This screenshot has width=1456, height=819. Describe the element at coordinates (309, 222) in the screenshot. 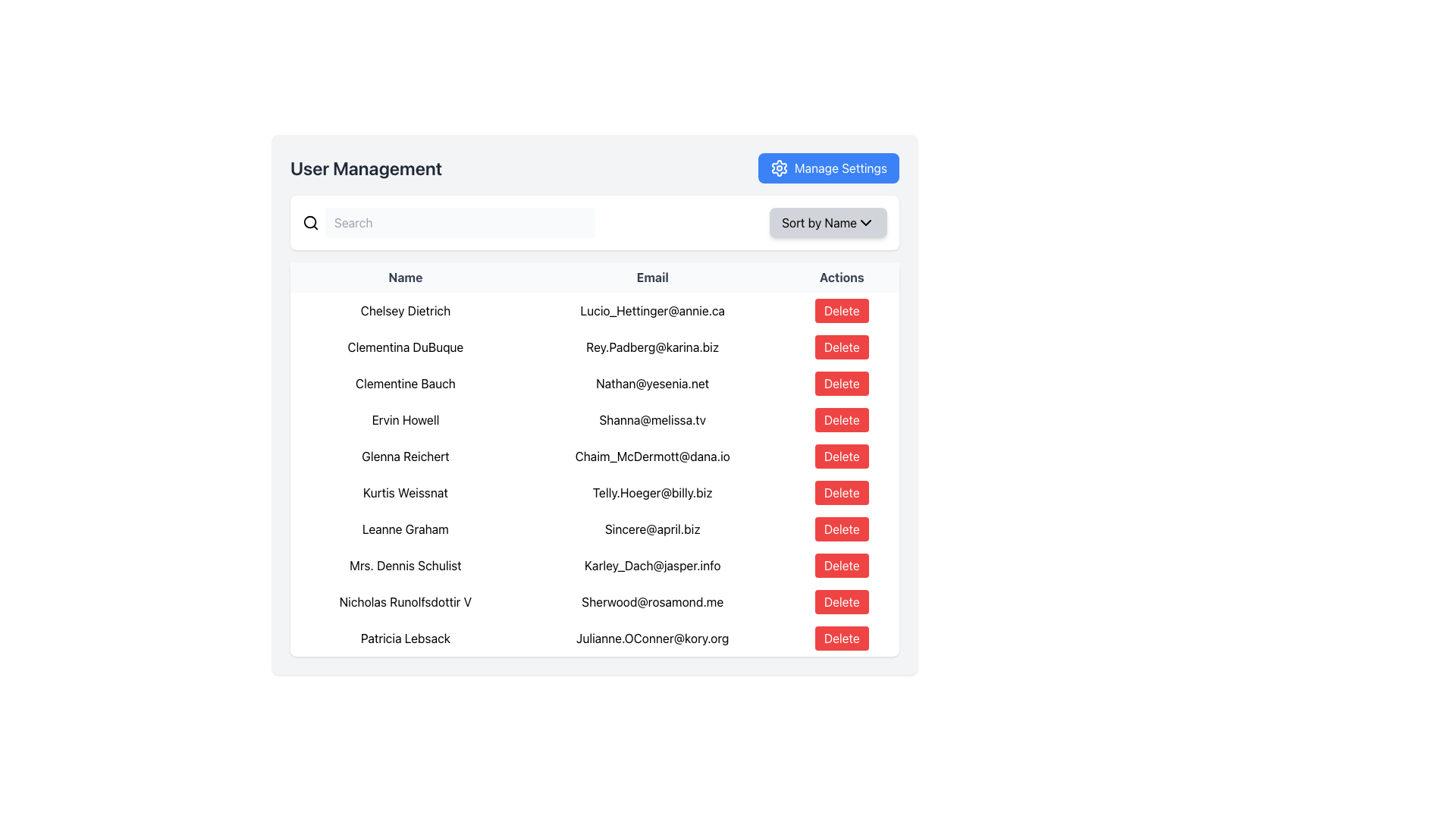

I see `the search icon located to the left of the 'Search' text input field, indicating the search functionality` at that location.